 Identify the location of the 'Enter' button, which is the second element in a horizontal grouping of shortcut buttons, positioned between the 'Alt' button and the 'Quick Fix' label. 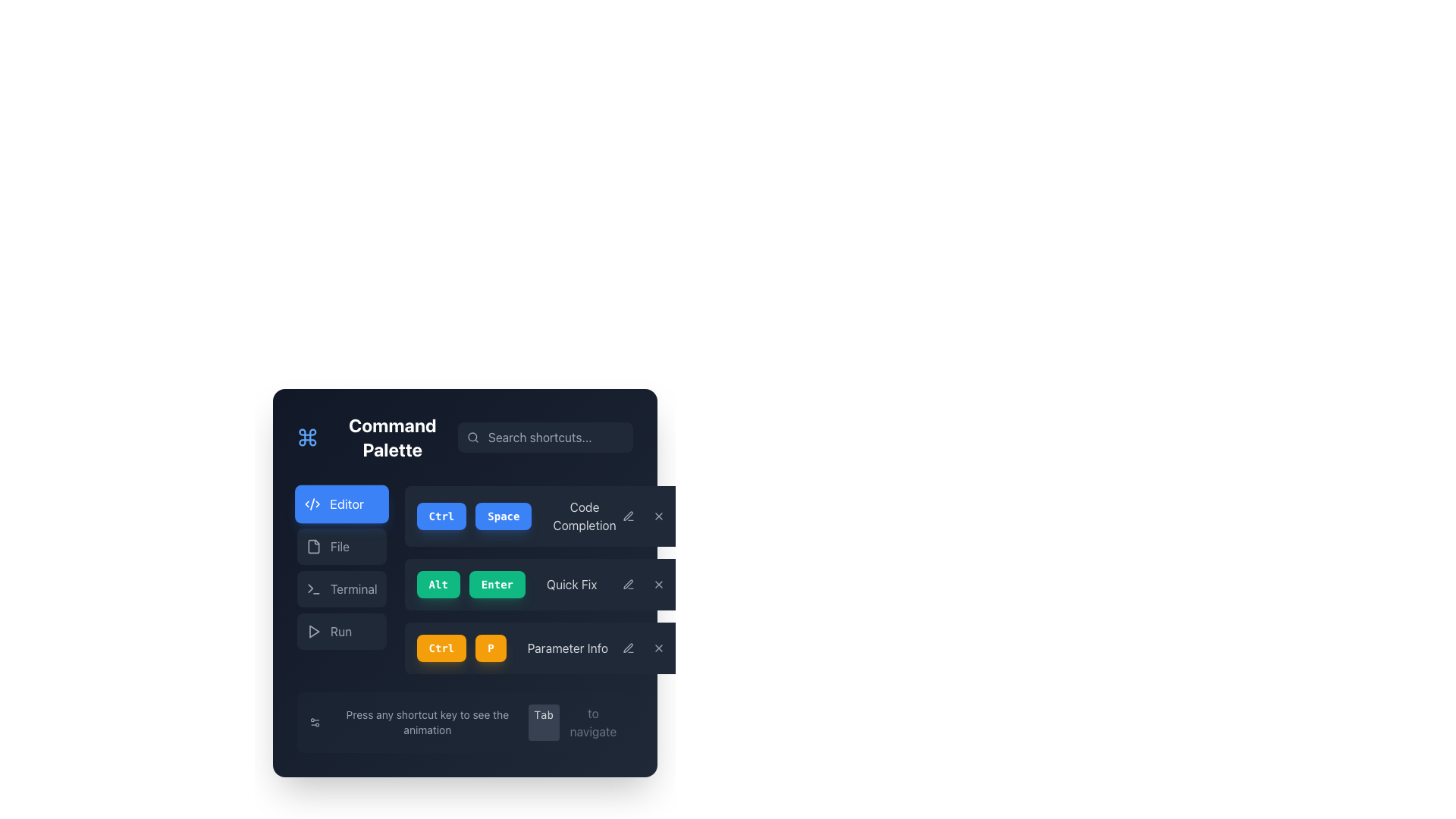
(497, 584).